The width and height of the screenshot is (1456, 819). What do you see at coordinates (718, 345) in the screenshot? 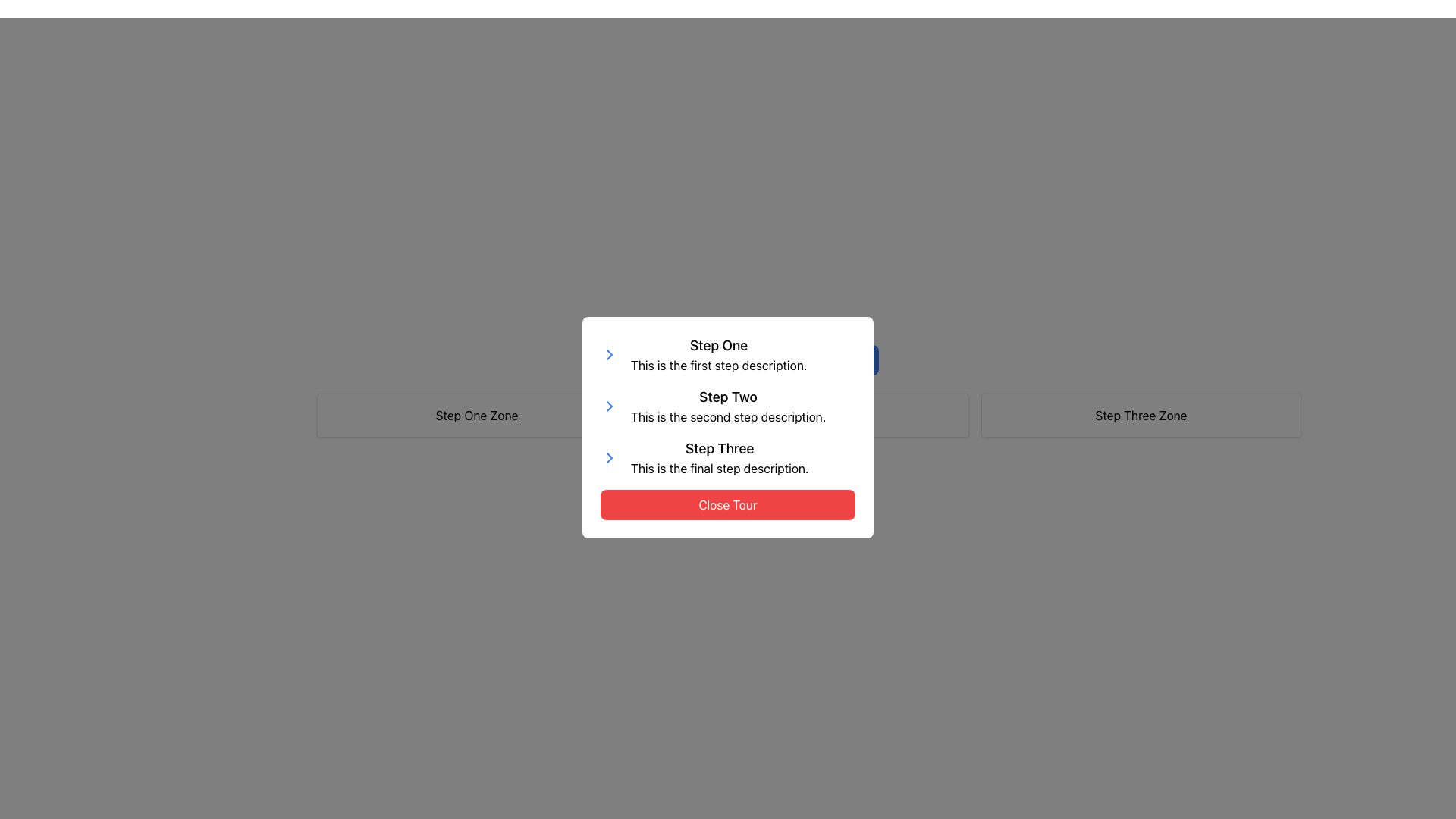
I see `the 'Step One' text label that is centrally located within the modal dialog box, indicating it as a title or heading above the description text` at bounding box center [718, 345].